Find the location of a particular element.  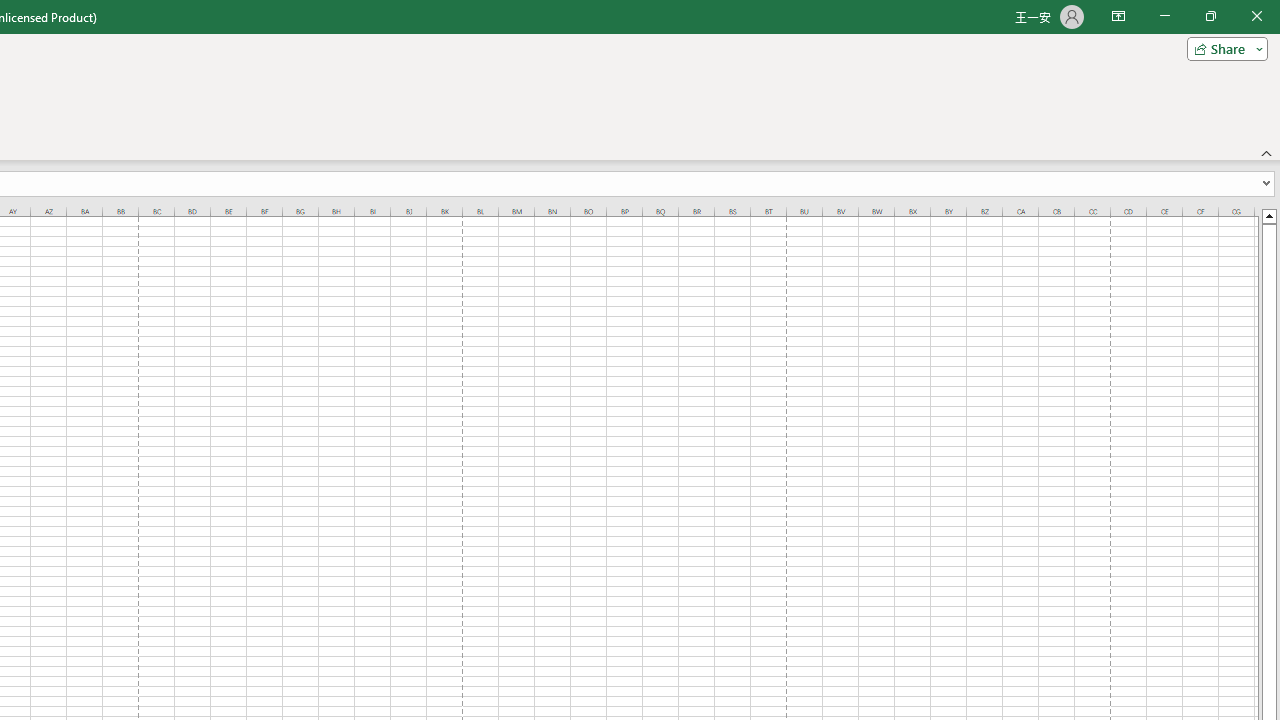

'Ribbon Display Options' is located at coordinates (1117, 16).